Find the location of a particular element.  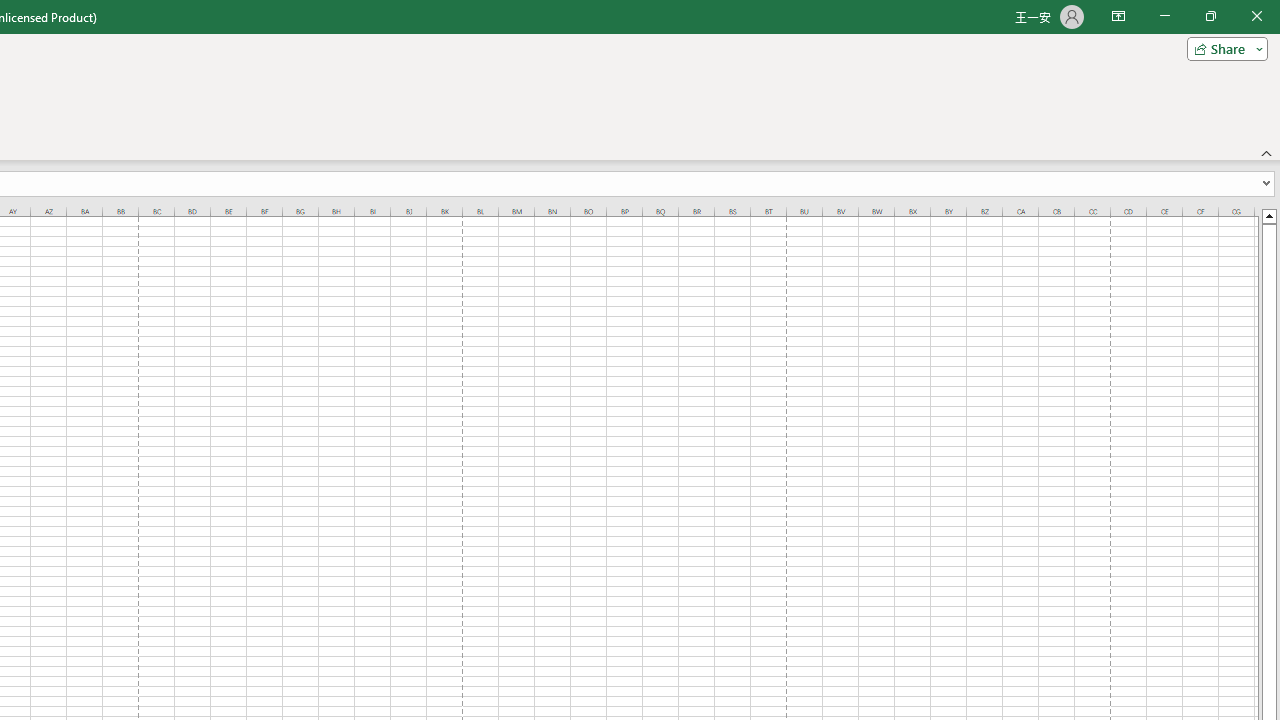

'Ribbon Display Options' is located at coordinates (1117, 16).